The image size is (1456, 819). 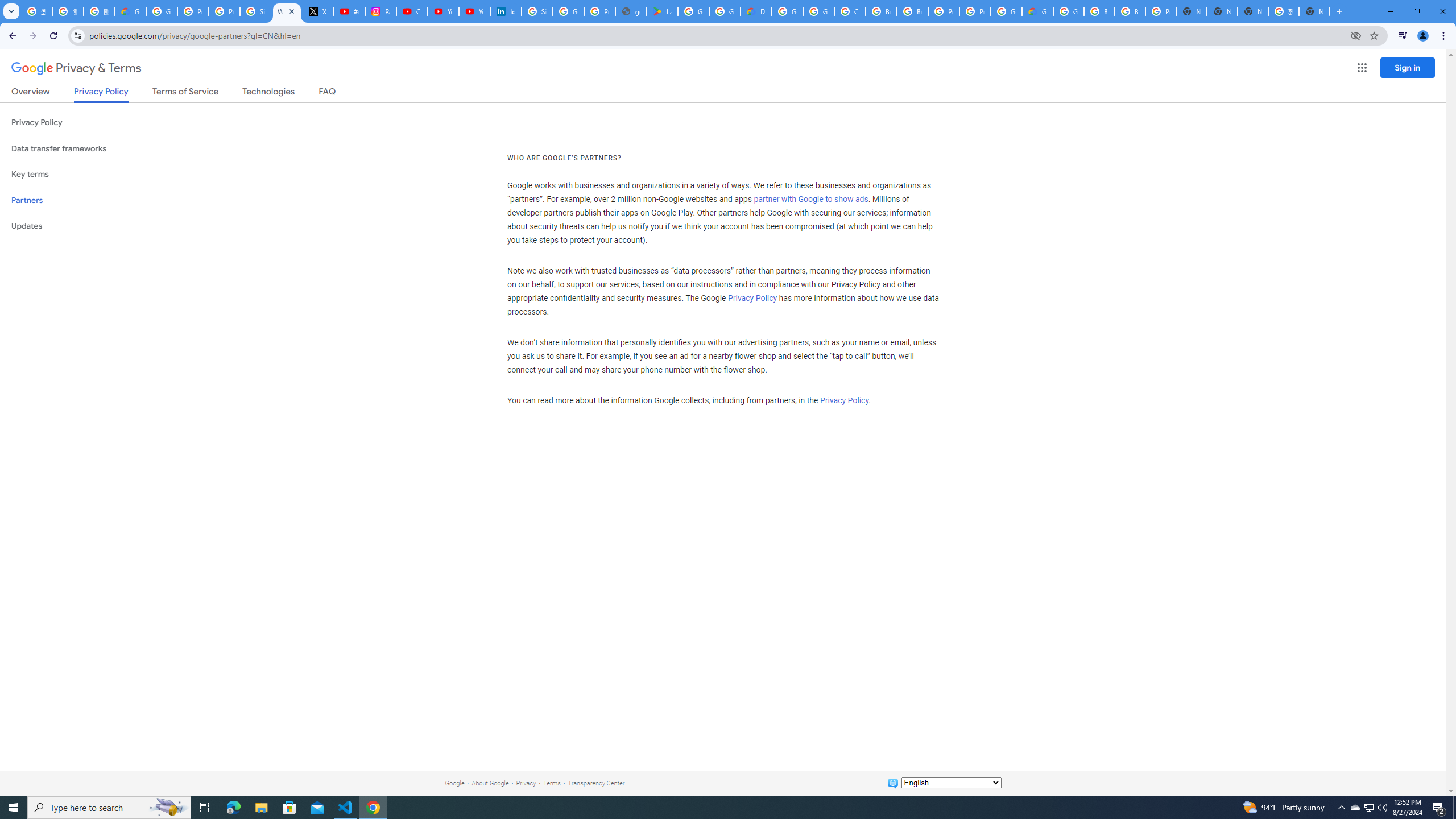 I want to click on 'Privacy Help Center - Policies Help', so click(x=192, y=11).